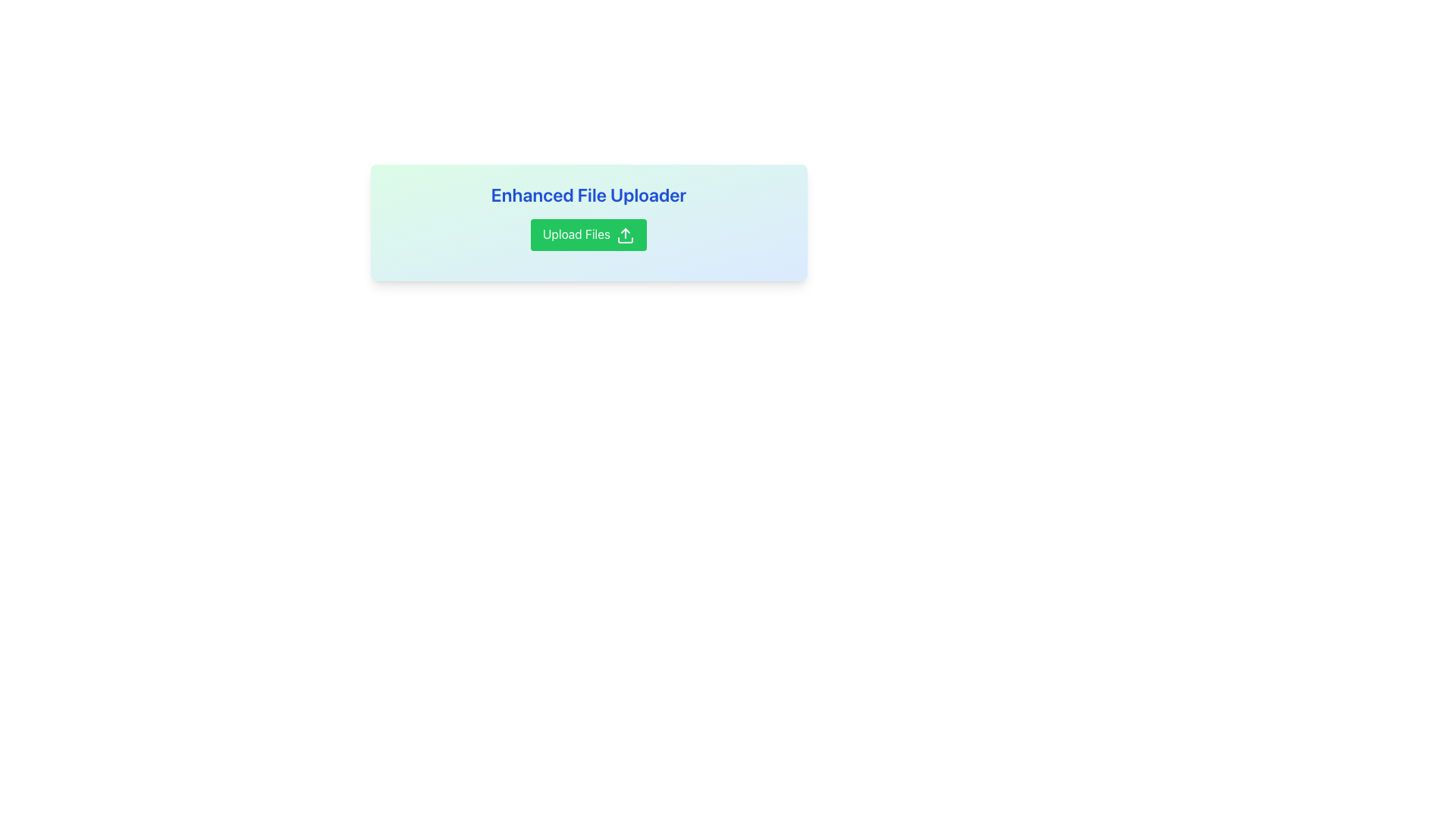  Describe the element at coordinates (626, 235) in the screenshot. I see `the upload files icon located to the right of the 'Upload Files' button, centered vertically and horizontally within its boundaries` at that location.